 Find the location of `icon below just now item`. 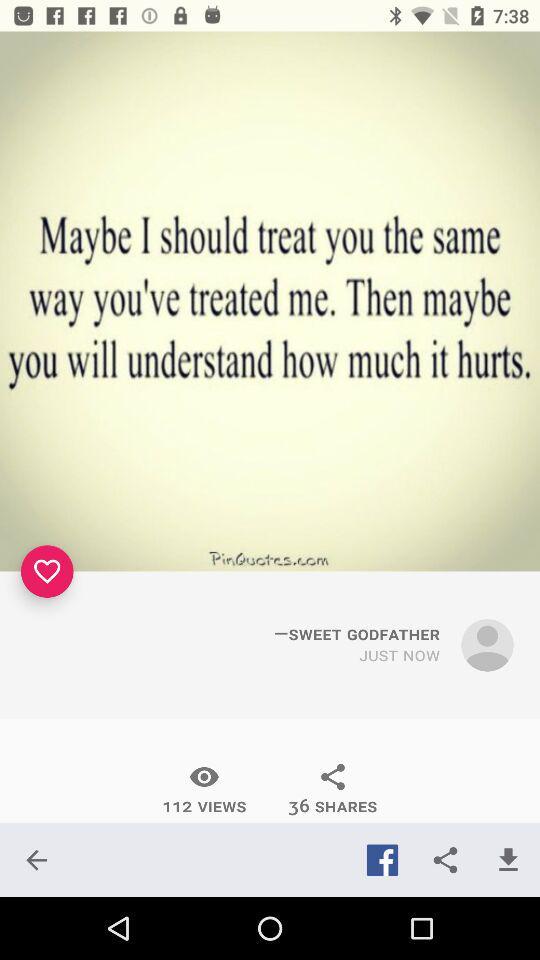

icon below just now item is located at coordinates (333, 789).